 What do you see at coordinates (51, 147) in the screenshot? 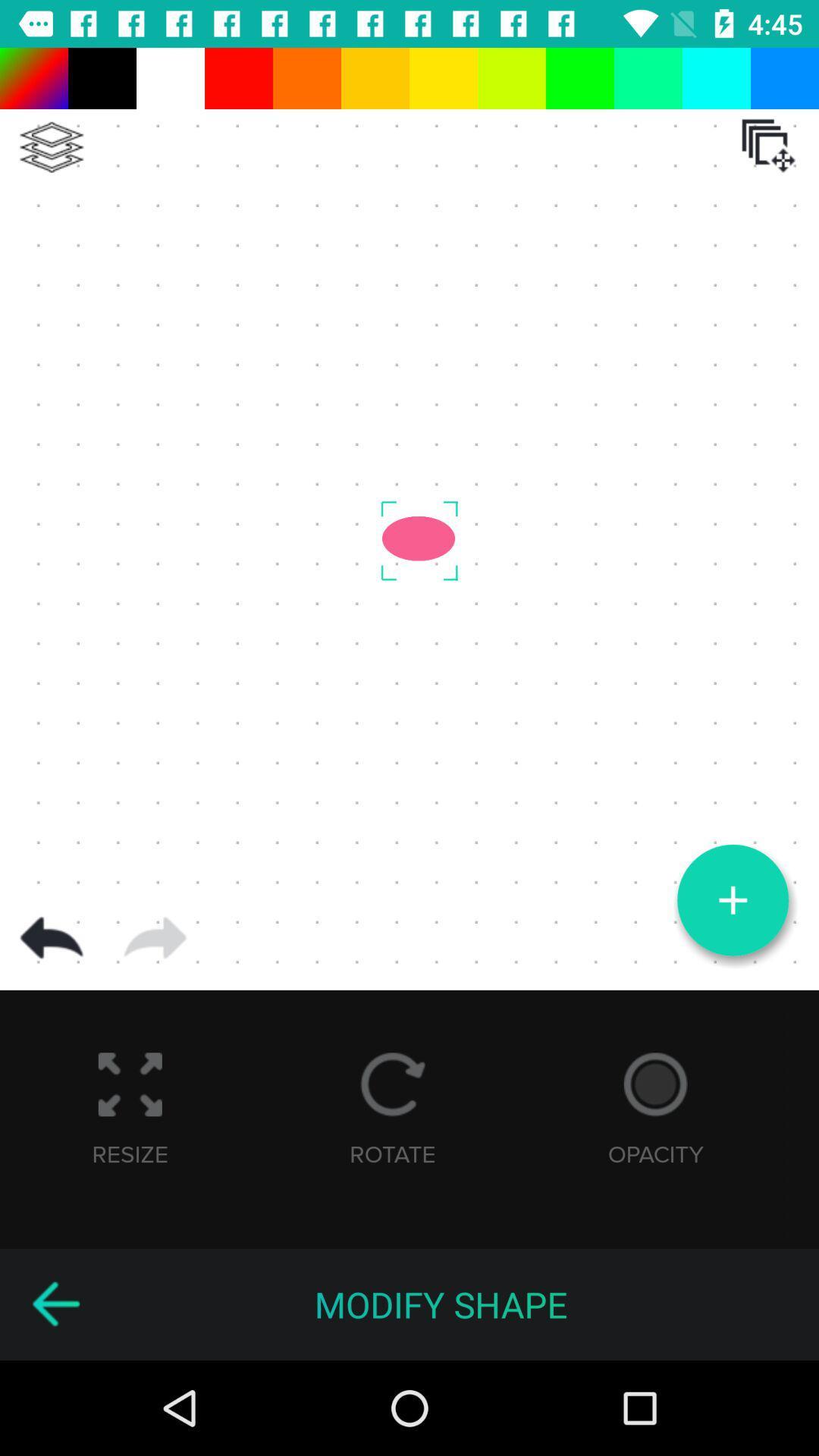
I see `setting menu` at bounding box center [51, 147].